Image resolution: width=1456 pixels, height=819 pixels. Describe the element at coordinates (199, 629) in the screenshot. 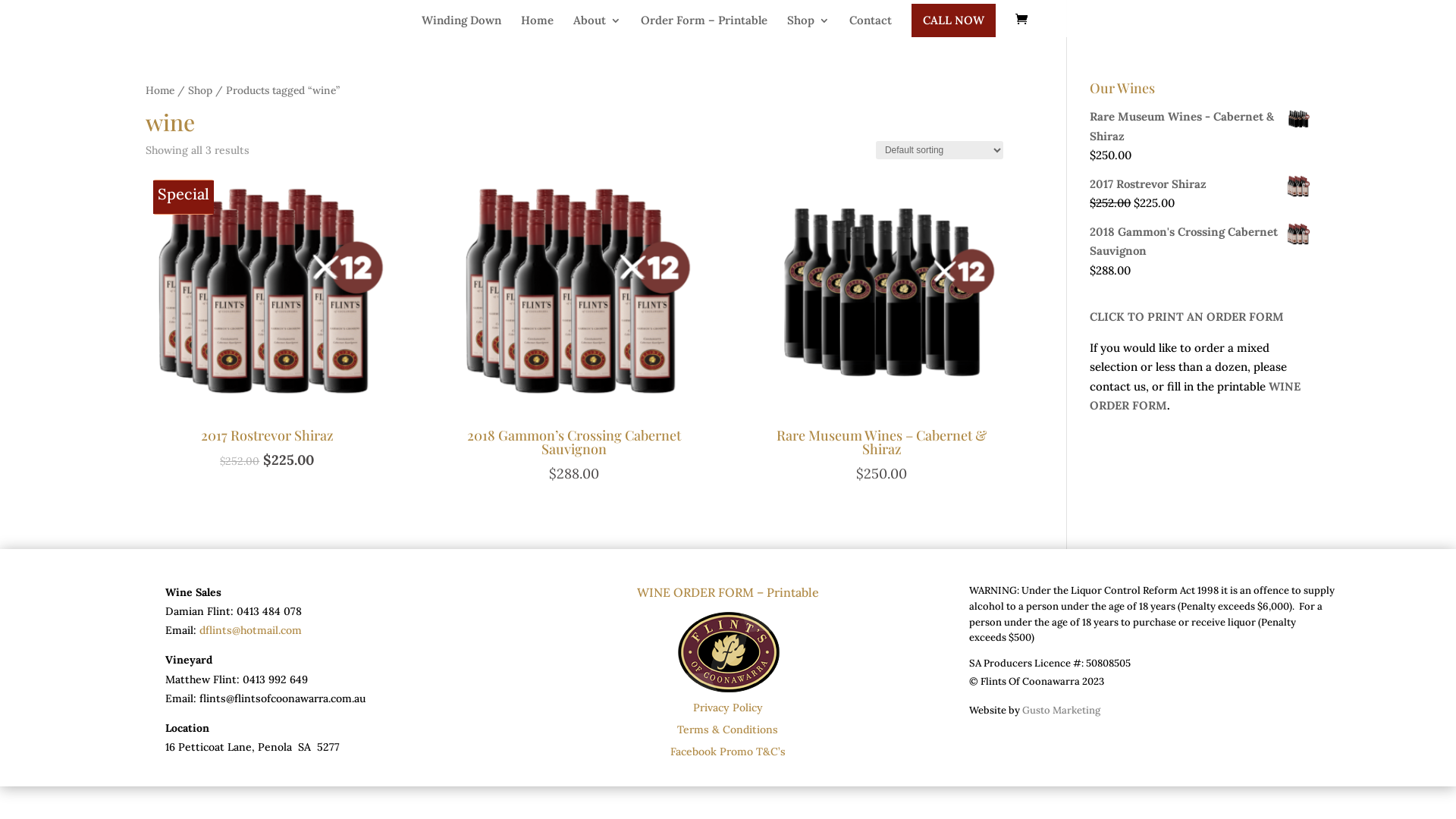

I see `'dflints@hotmail.com'` at that location.